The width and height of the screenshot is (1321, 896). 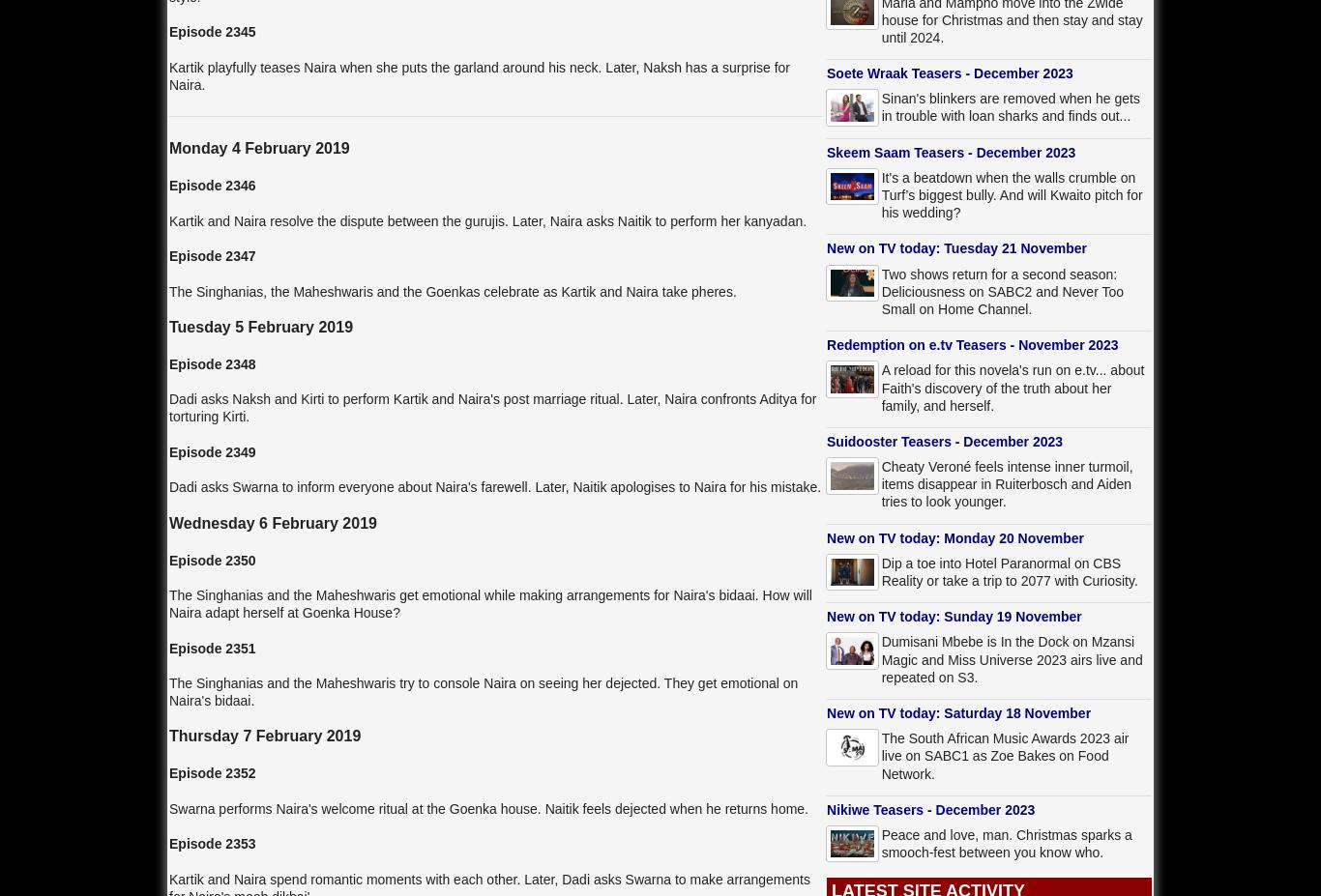 I want to click on 'Dip a toe into Hotel Paranormal on CBS Reality or take a trip to 2077 with Curiosity.', so click(x=1008, y=571).